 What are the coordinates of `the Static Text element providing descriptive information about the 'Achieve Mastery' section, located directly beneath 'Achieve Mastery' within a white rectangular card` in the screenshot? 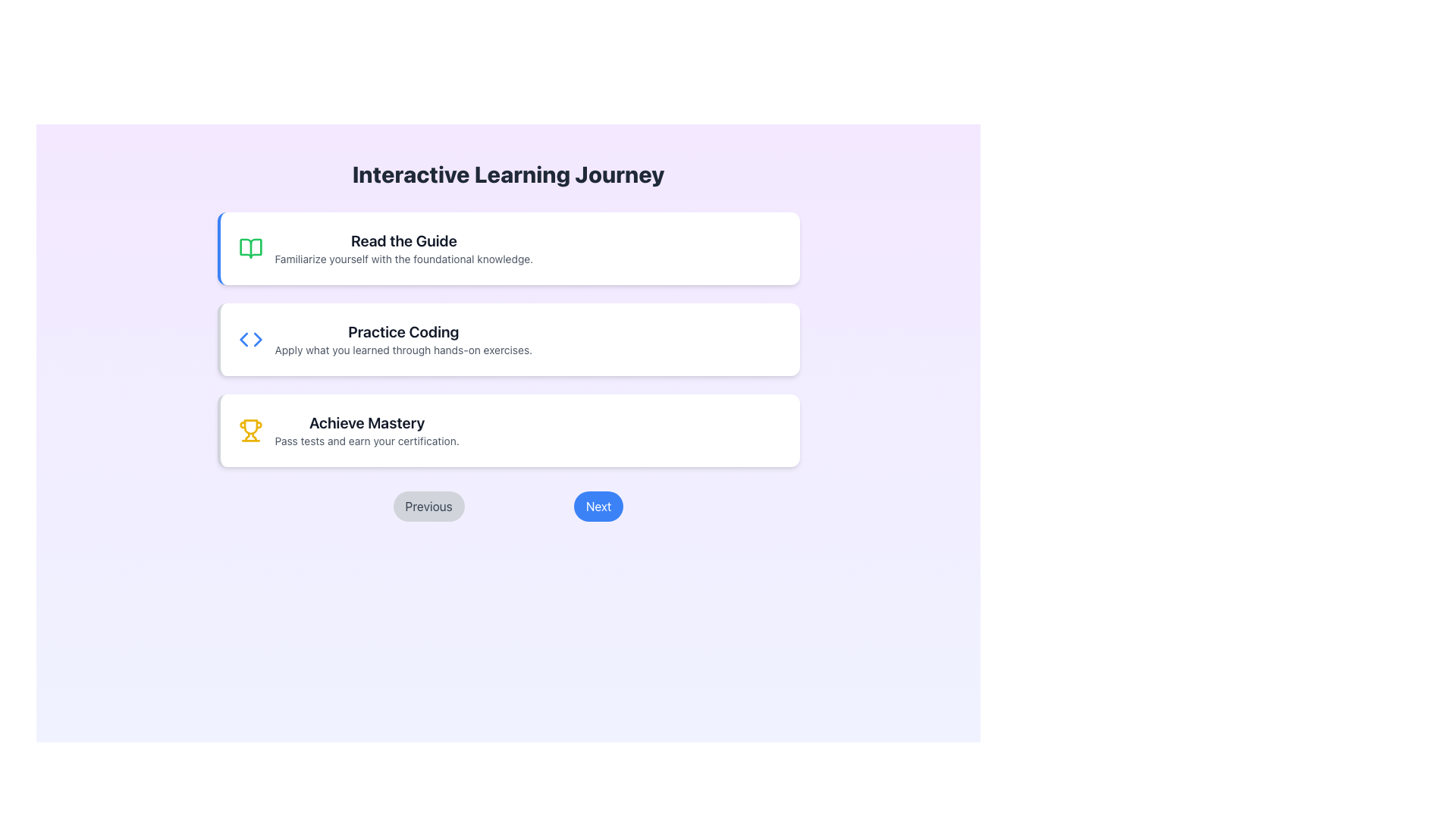 It's located at (367, 441).